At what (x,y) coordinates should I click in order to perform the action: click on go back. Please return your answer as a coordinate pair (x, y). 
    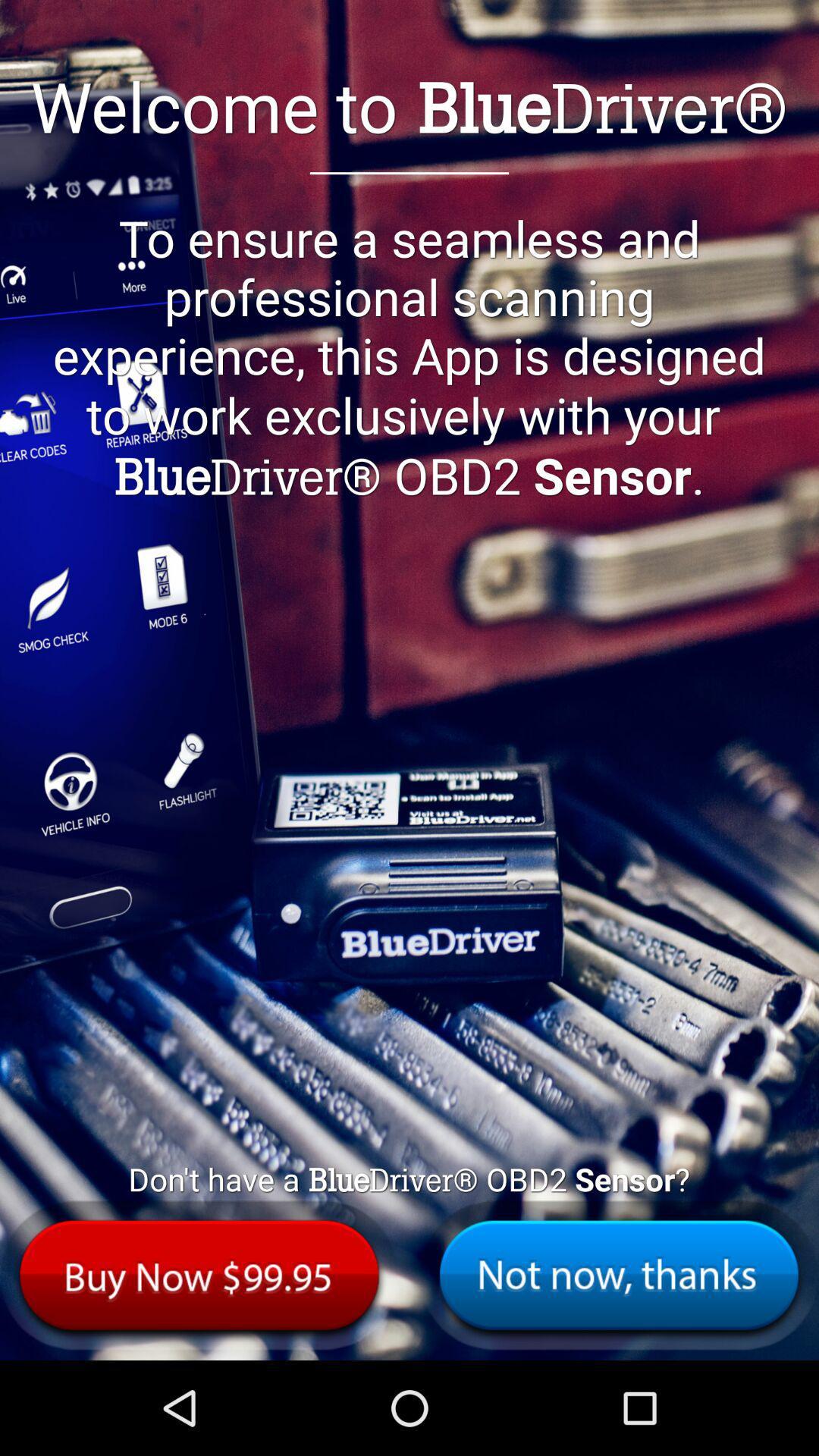
    Looking at the image, I should click on (619, 1274).